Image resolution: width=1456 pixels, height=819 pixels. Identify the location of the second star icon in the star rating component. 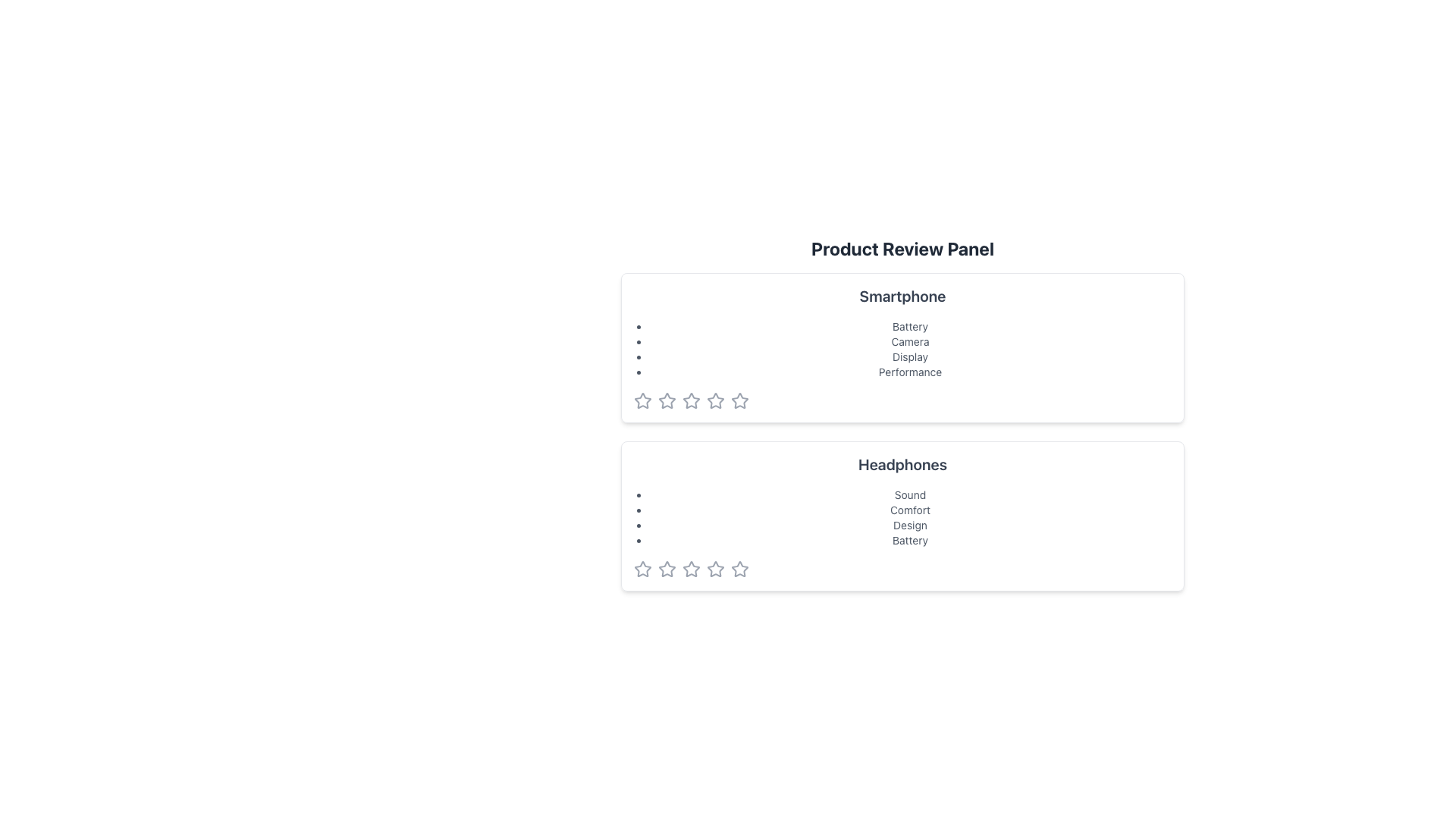
(691, 400).